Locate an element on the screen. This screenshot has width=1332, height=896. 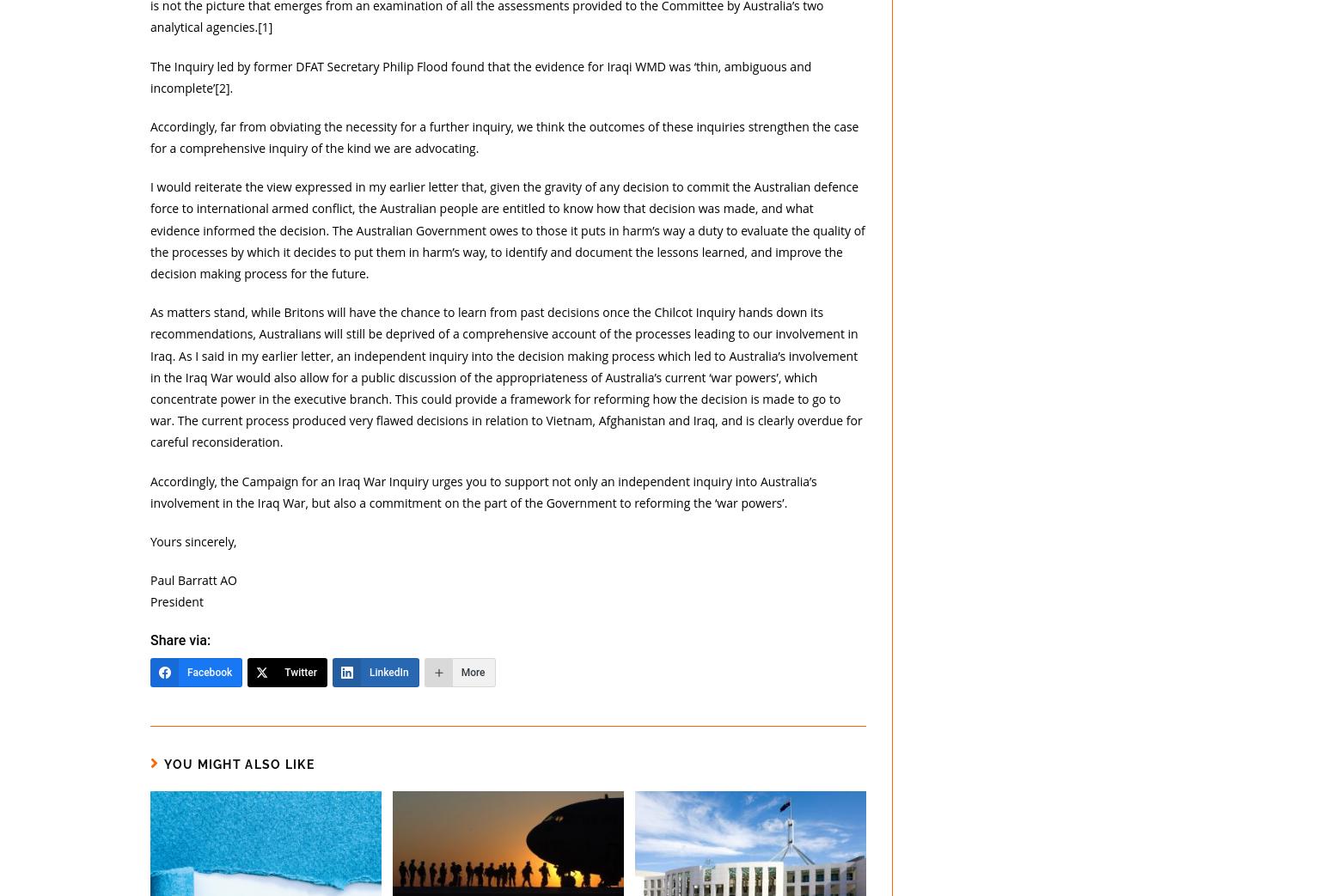
'You Might Also Like' is located at coordinates (239, 763).